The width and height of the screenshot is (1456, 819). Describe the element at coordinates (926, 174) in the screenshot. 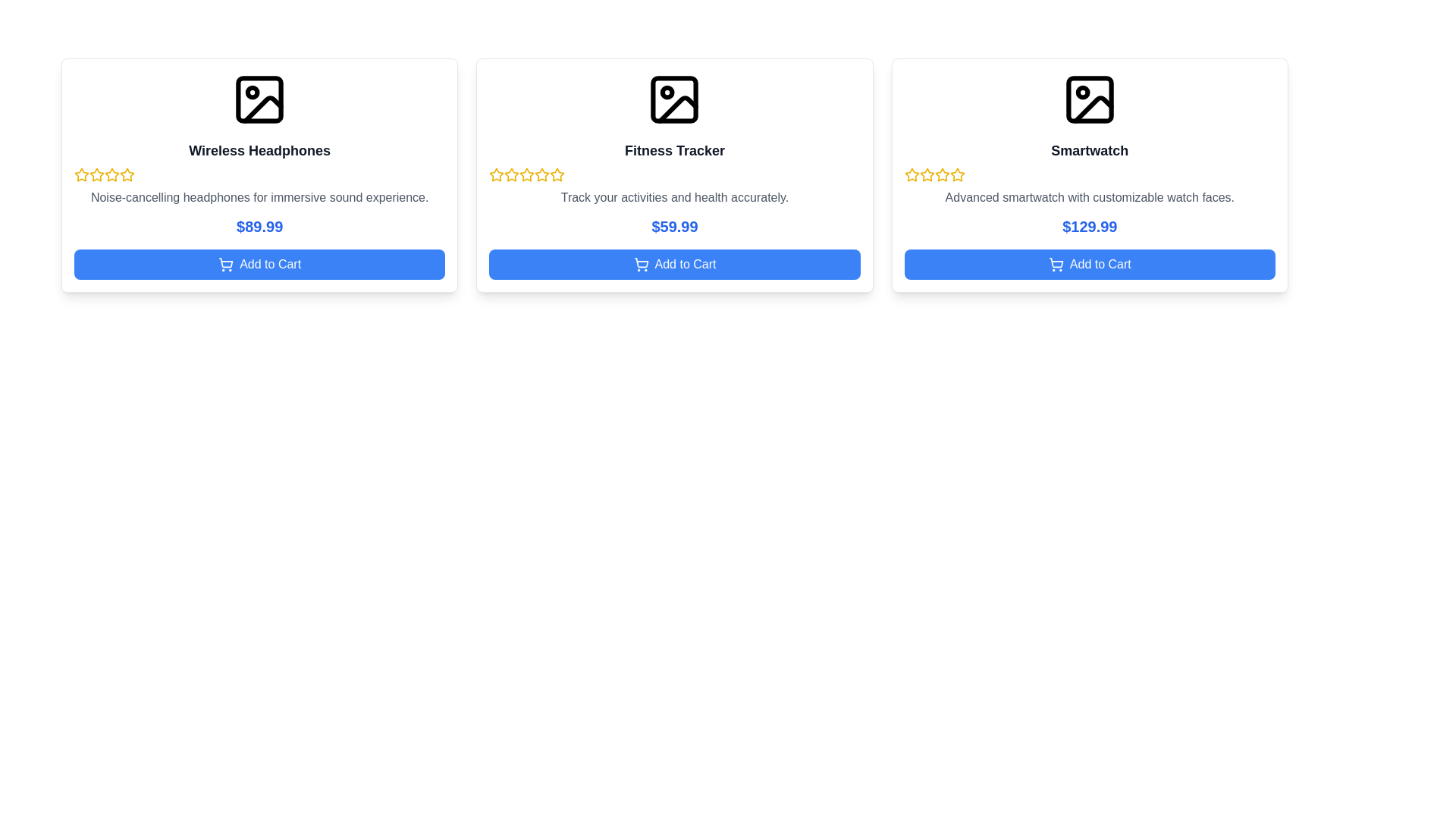

I see `the third yellow star icon in the rating panel of the 'Smartwatch' product card` at that location.